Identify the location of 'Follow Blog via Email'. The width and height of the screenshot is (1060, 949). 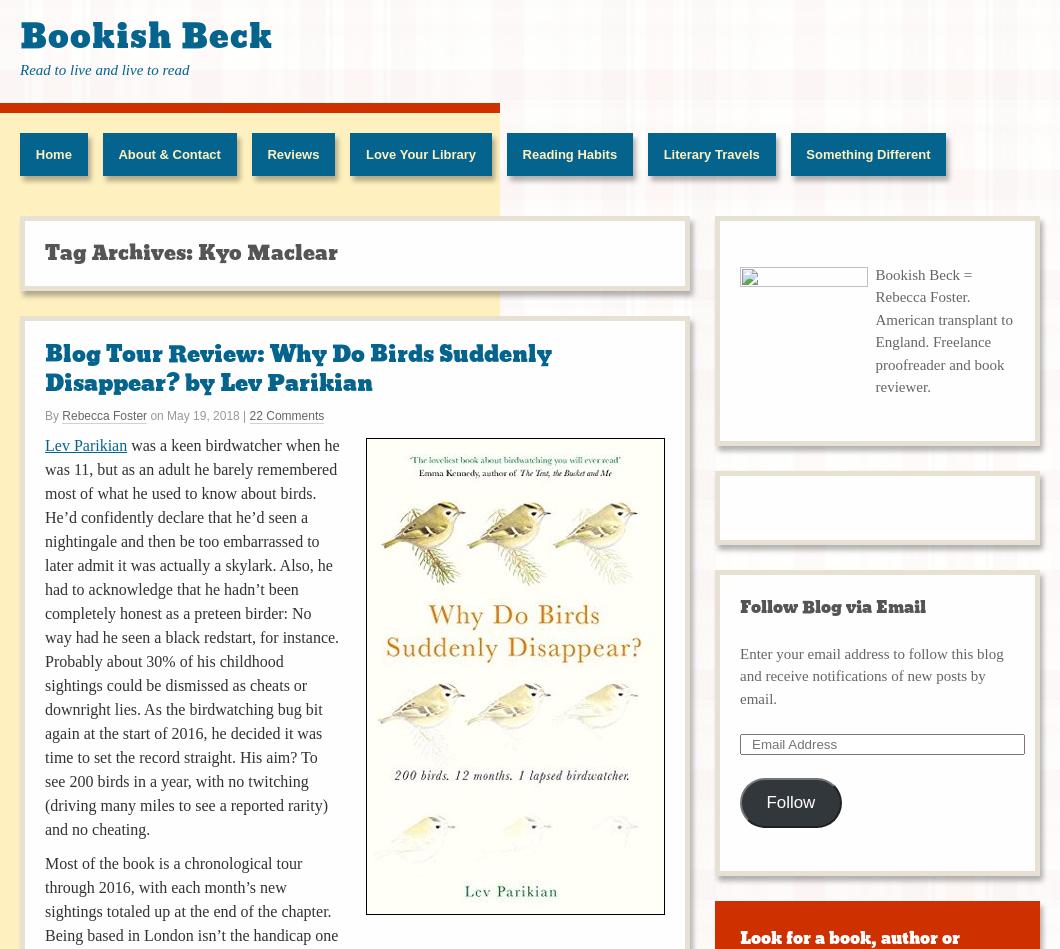
(832, 606).